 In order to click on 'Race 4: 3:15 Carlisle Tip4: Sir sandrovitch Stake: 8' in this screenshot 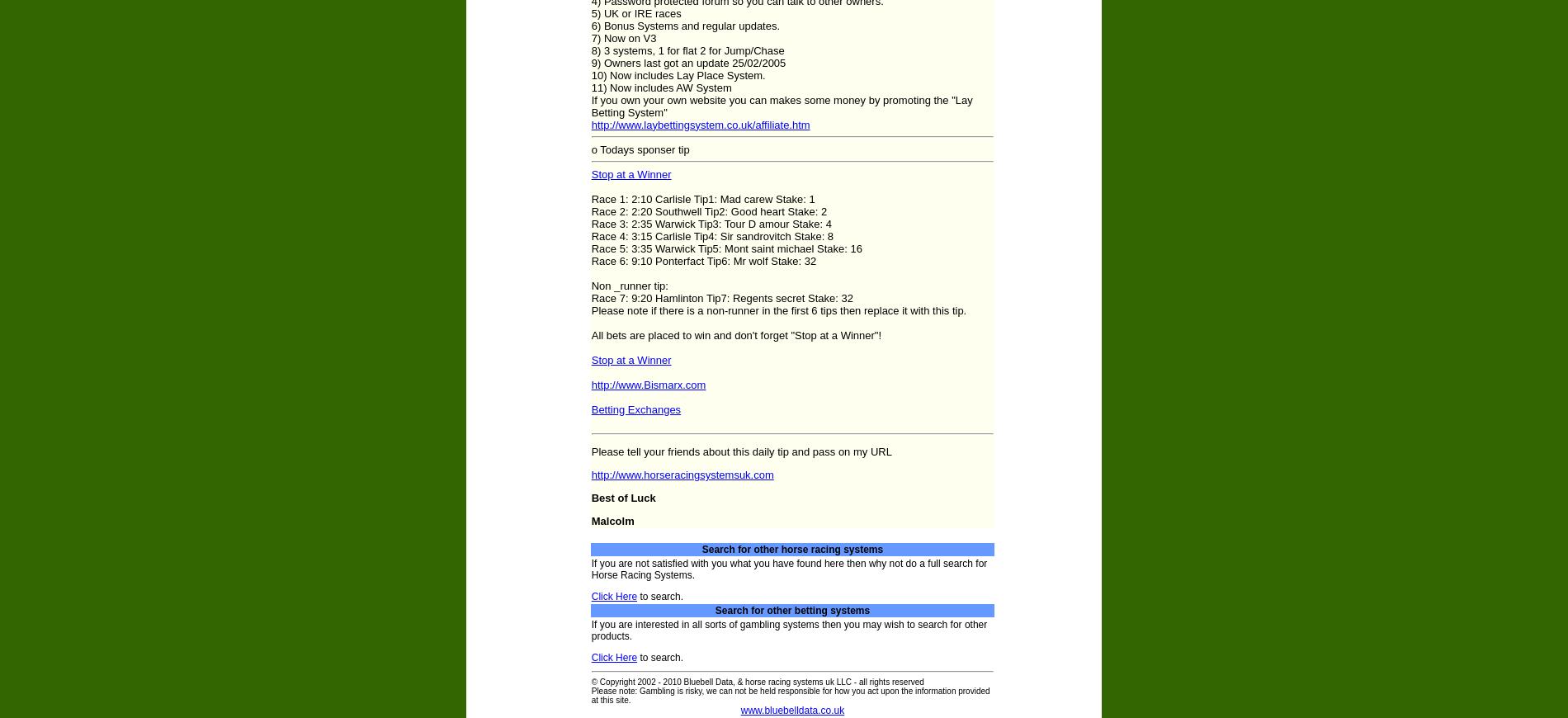, I will do `click(711, 235)`.